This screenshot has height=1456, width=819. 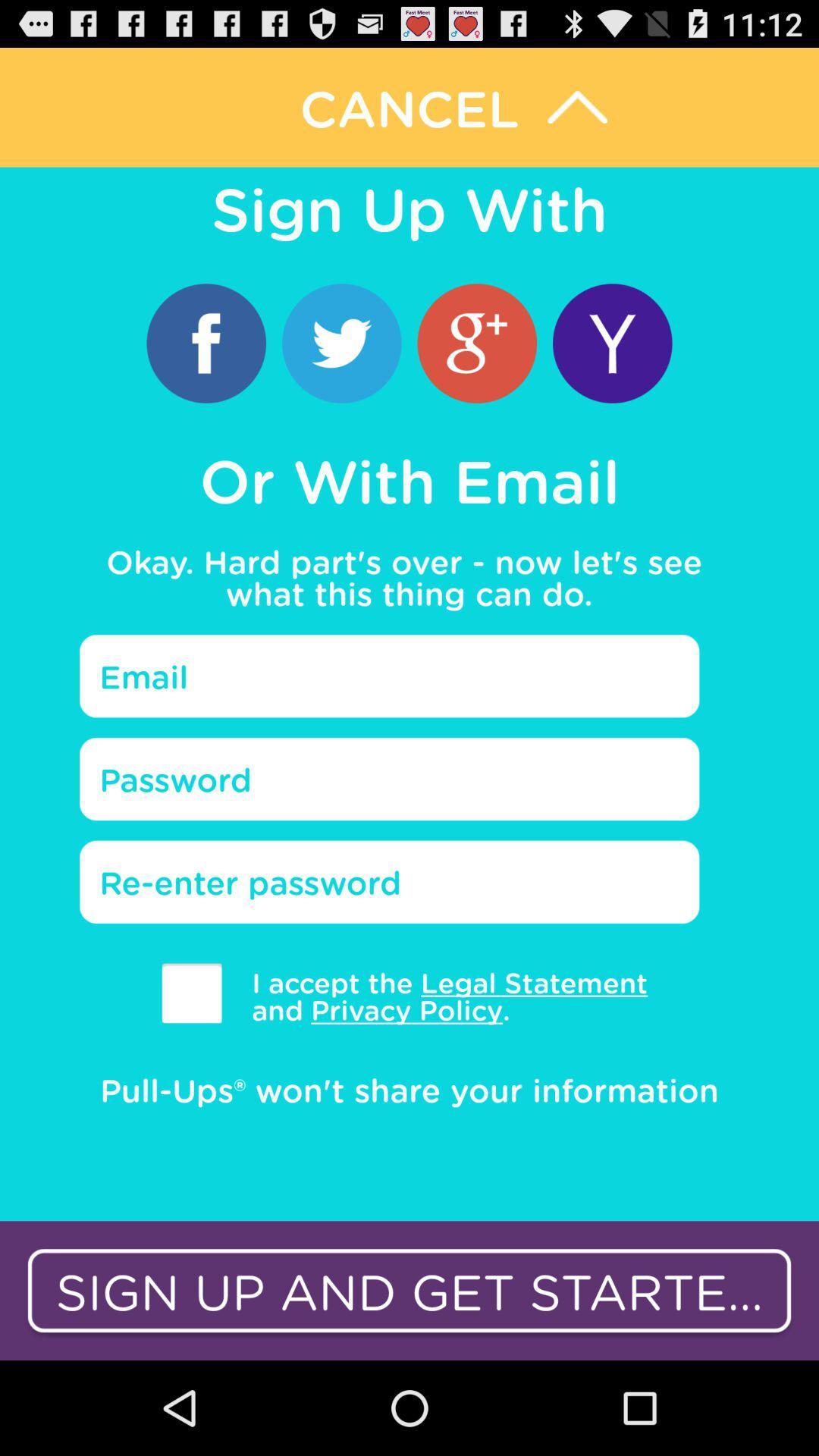 What do you see at coordinates (409, 106) in the screenshot?
I see `cancel an advertisement` at bounding box center [409, 106].